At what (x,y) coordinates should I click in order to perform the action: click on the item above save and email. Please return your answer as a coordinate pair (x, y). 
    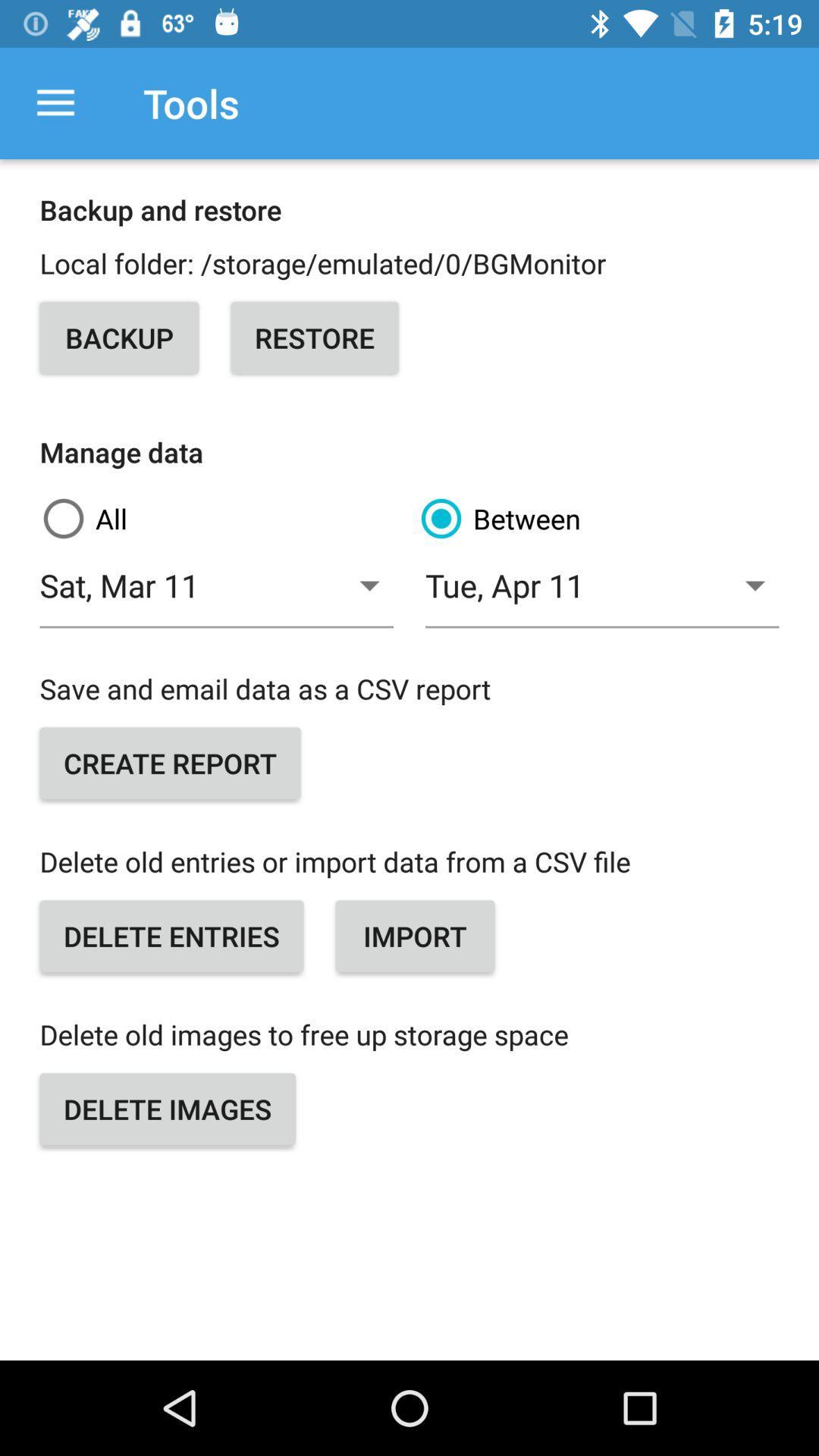
    Looking at the image, I should click on (601, 593).